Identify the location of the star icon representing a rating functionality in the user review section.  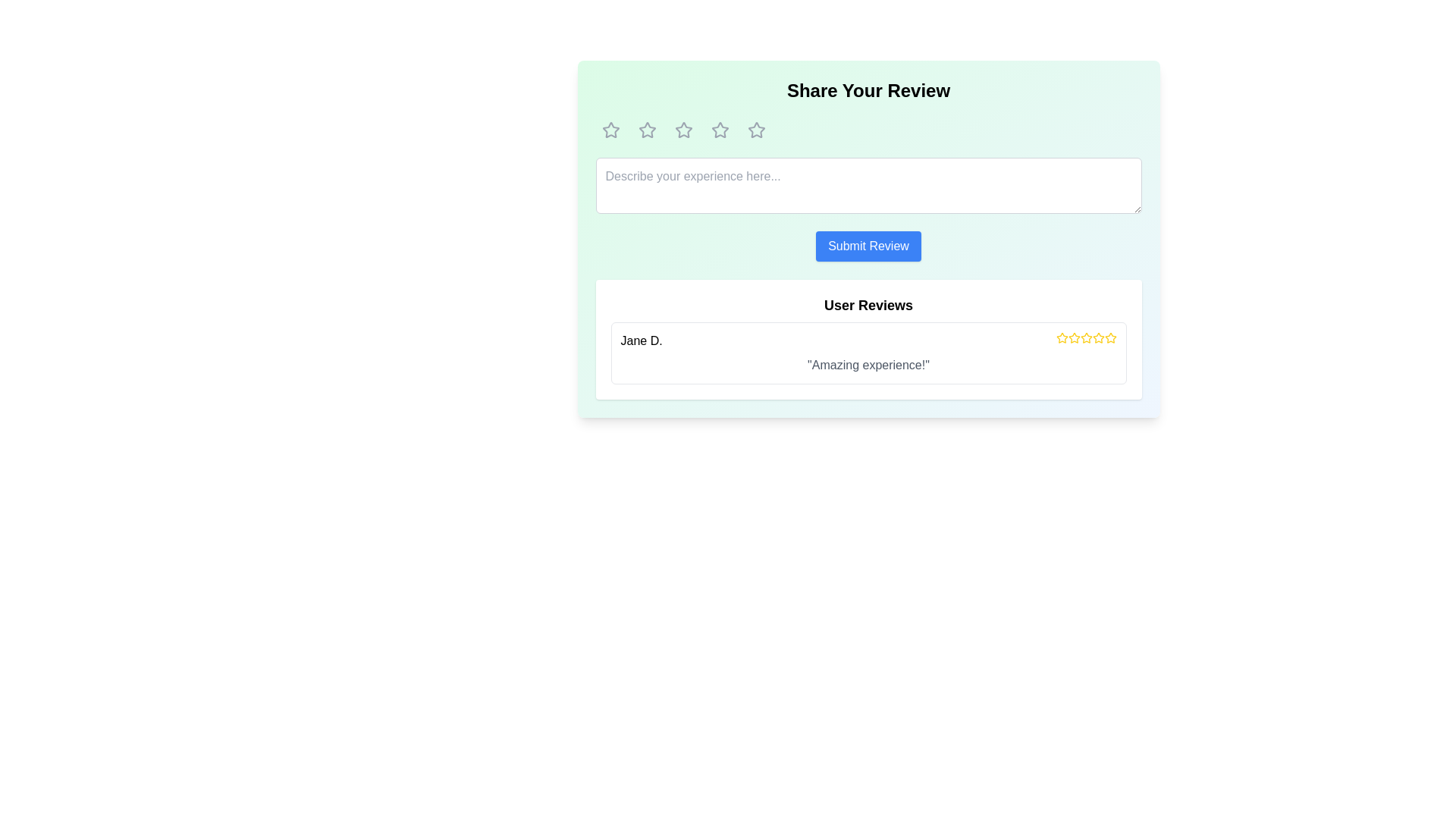
(1061, 337).